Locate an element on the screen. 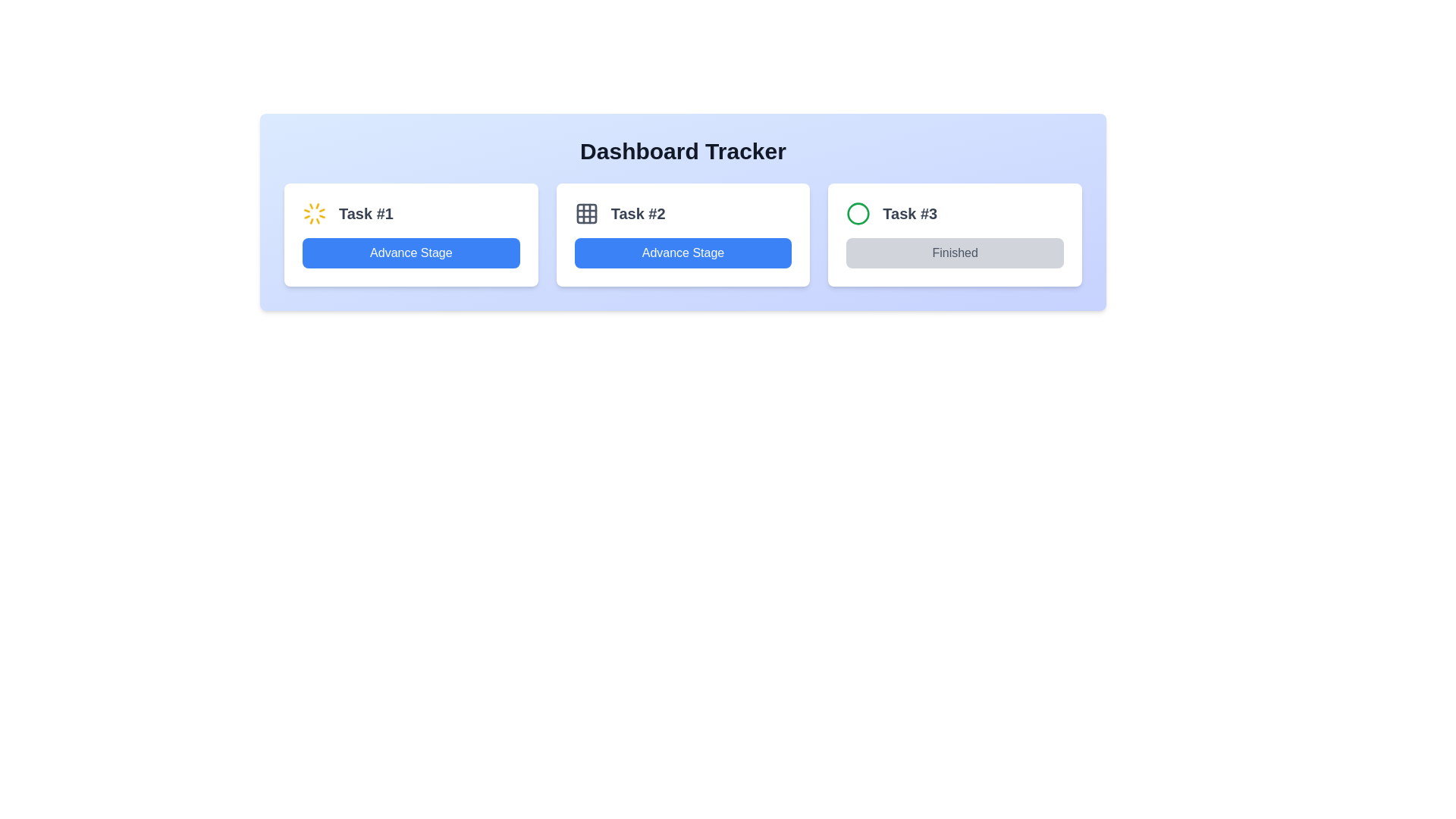 This screenshot has height=819, width=1456. the text label displaying 'Task #1' which is prominently styled in a bold, large font with a grayish color, located within the first card on the dashboard is located at coordinates (366, 213).